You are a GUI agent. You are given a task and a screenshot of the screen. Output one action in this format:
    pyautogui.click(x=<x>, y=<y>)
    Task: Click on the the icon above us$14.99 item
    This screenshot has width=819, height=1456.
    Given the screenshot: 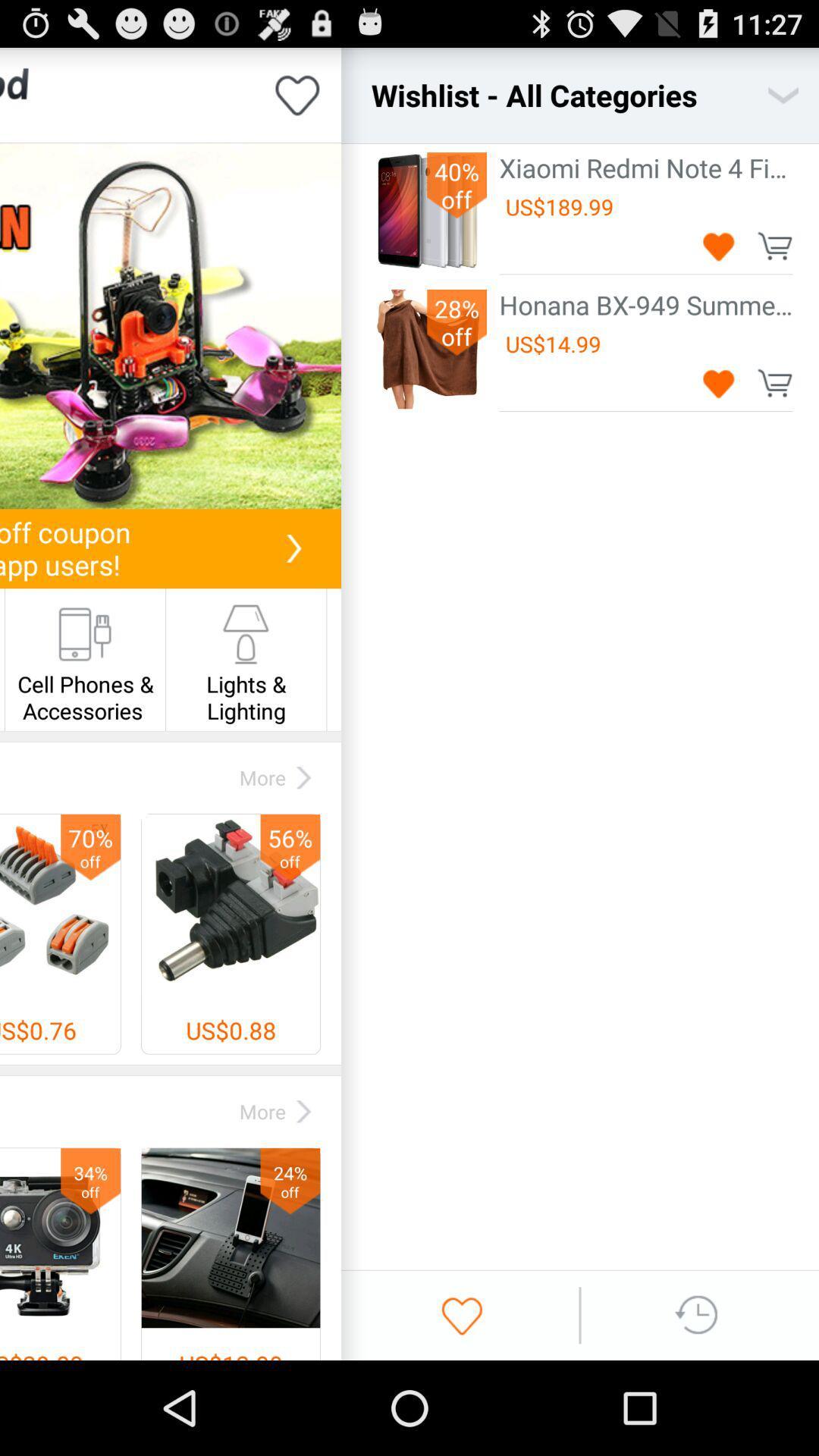 What is the action you would take?
    pyautogui.click(x=646, y=304)
    